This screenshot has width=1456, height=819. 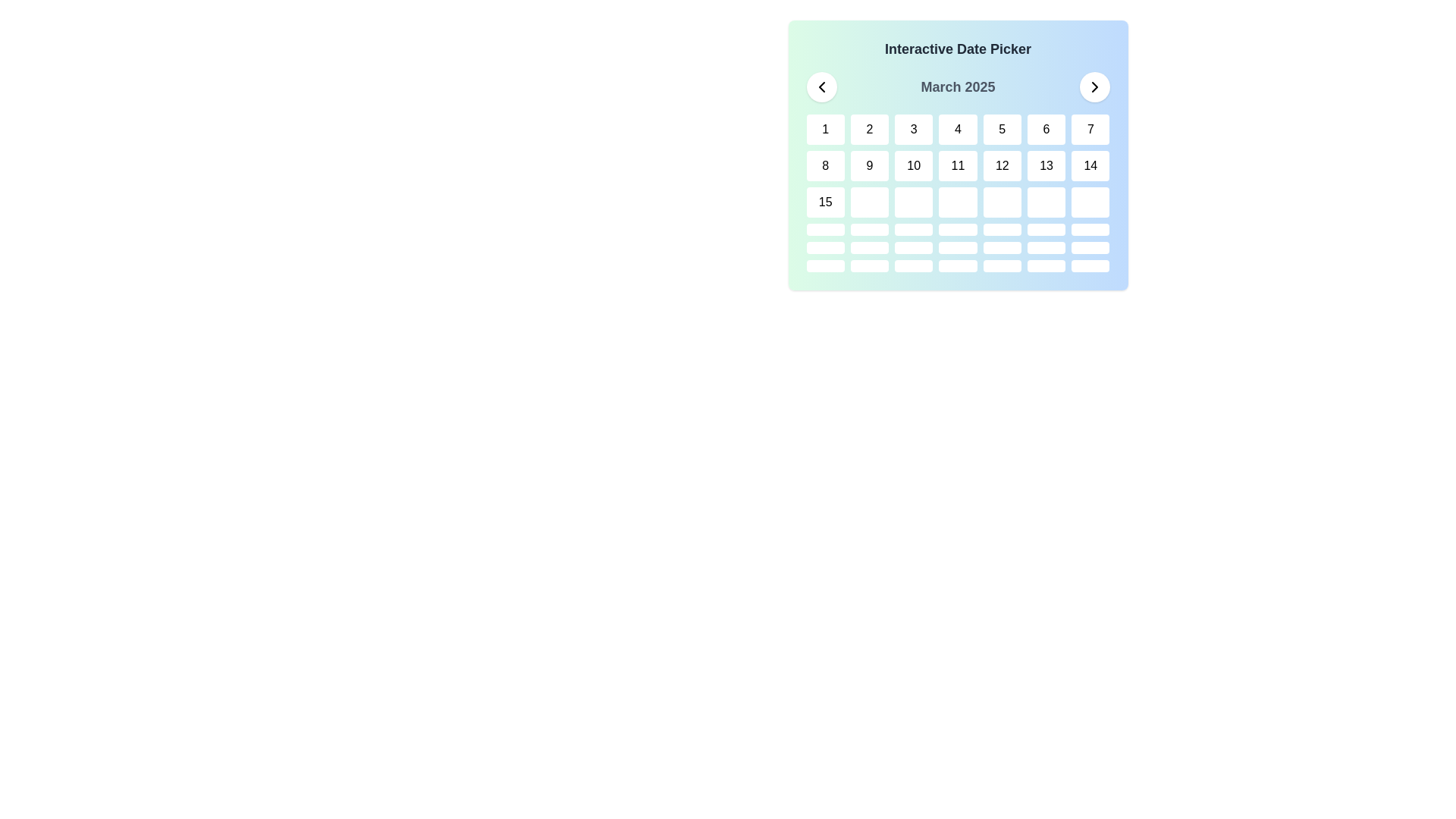 I want to click on the 4th button in the 5th row of the grid, so click(x=957, y=265).